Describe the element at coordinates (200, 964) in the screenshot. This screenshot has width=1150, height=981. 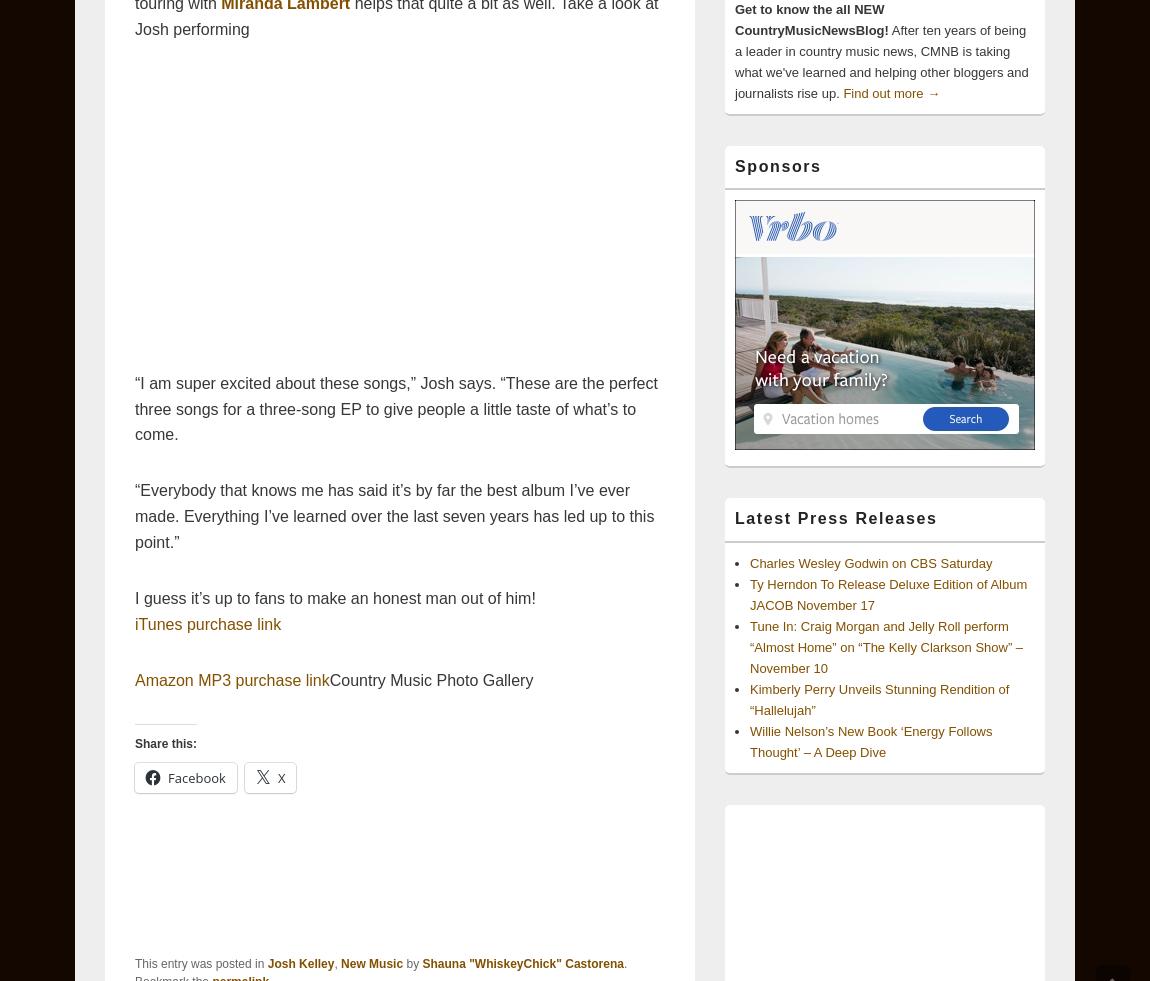
I see `'This entry was posted in'` at that location.